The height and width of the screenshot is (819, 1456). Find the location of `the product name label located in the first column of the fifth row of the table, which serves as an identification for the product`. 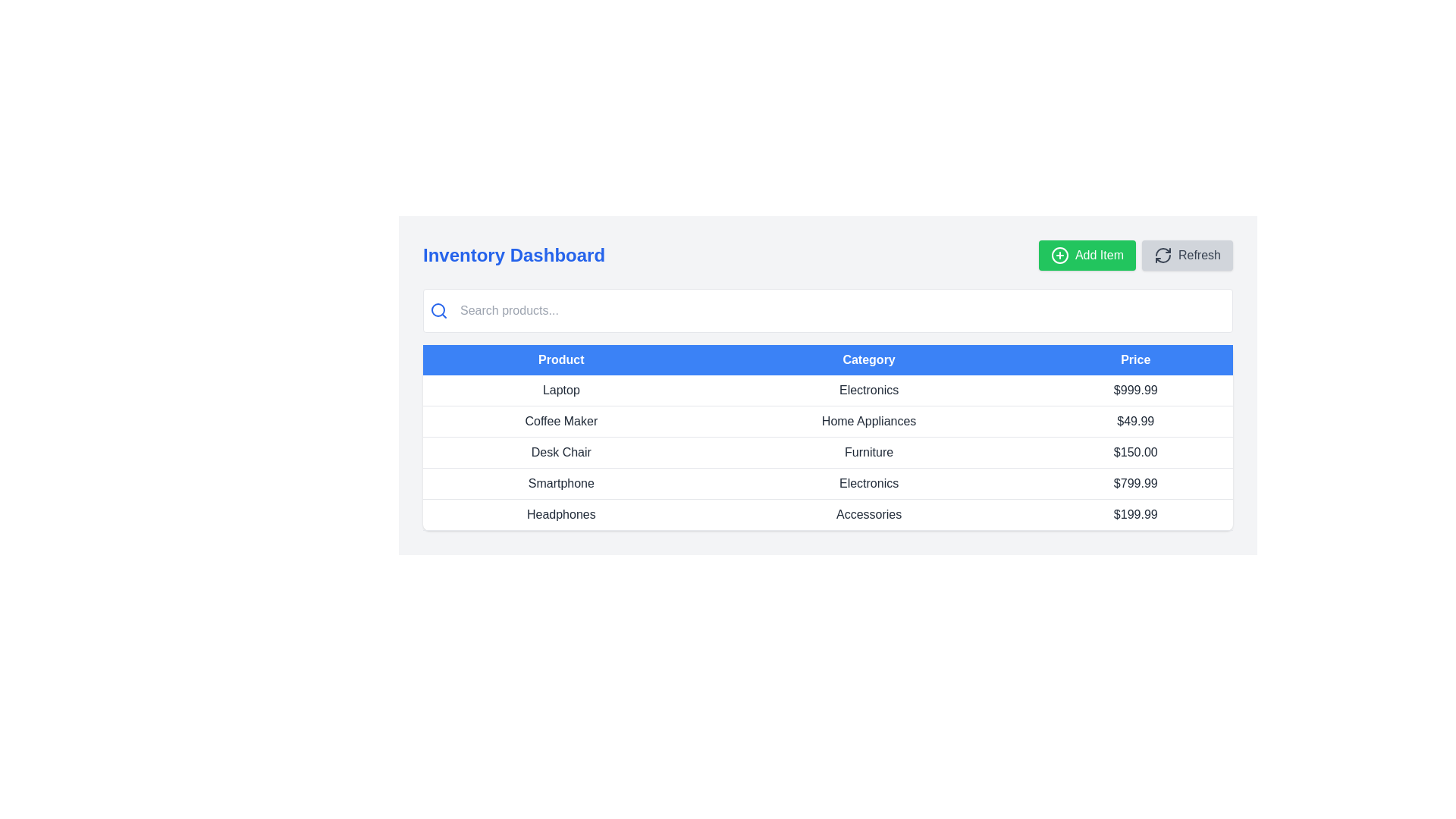

the product name label located in the first column of the fifth row of the table, which serves as an identification for the product is located at coordinates (560, 513).